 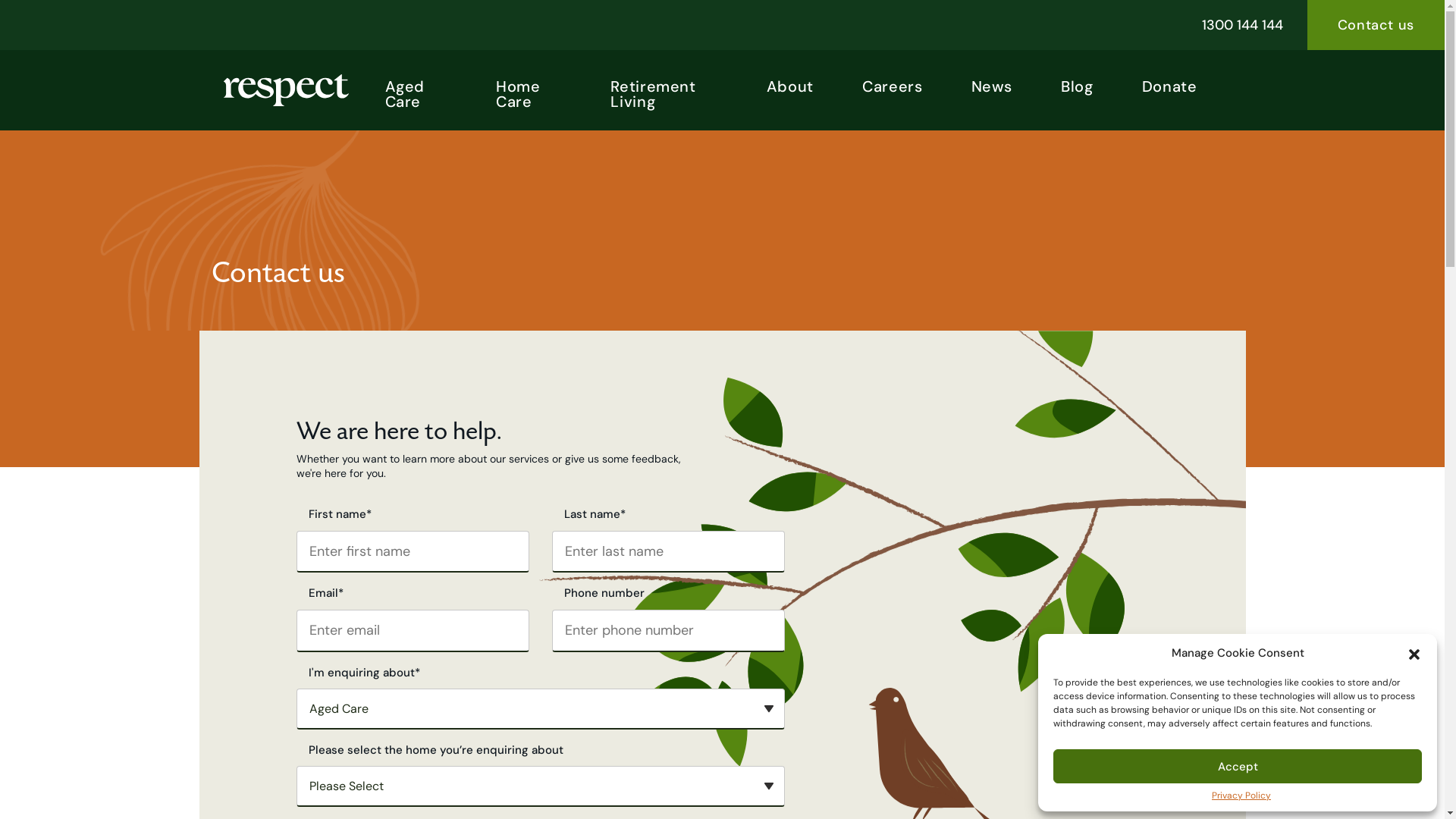 I want to click on 'Accept', so click(x=1238, y=766).